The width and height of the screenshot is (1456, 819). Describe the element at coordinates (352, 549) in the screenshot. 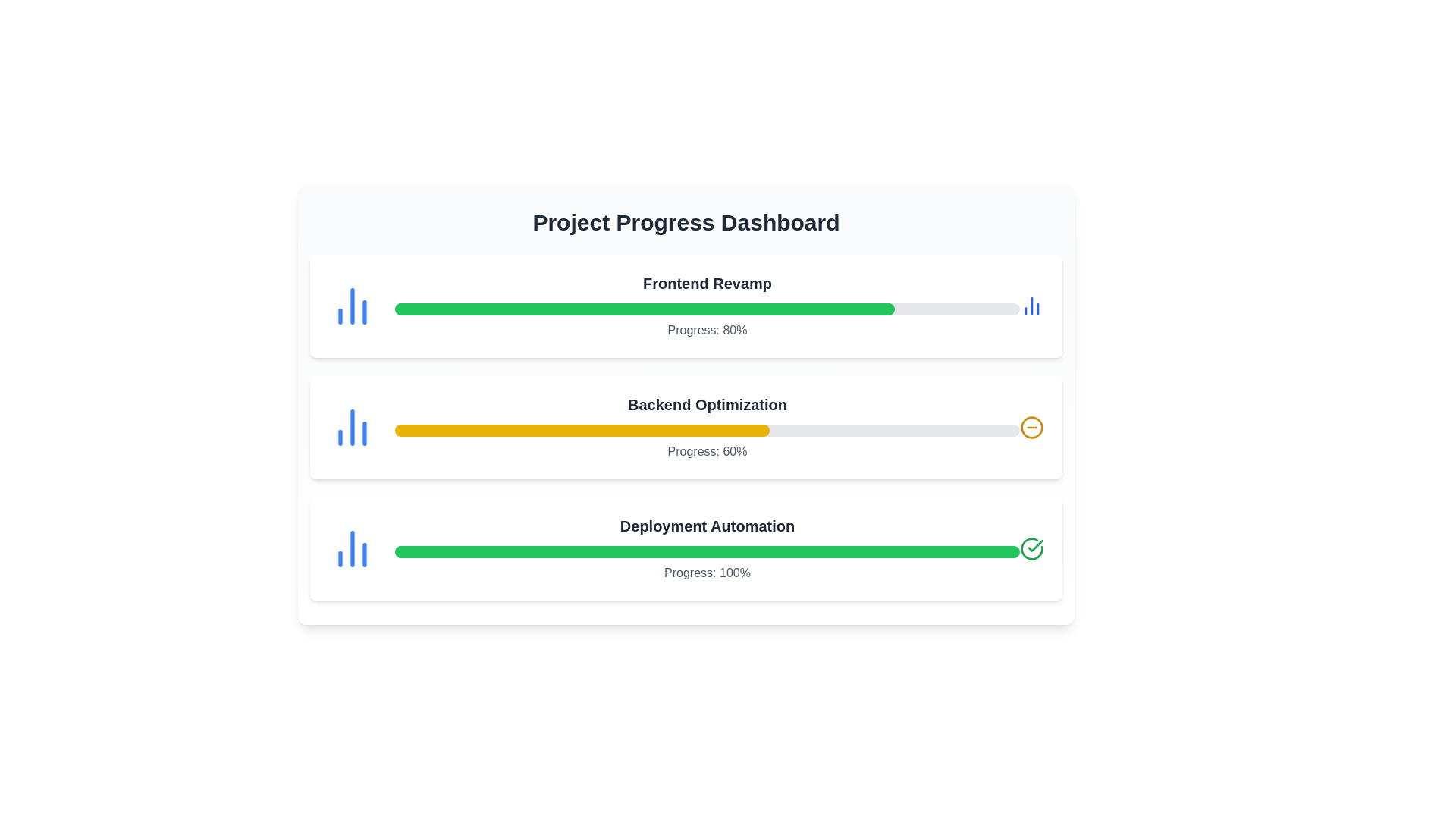

I see `the vertical bar chart icon, which is styled in blue and located within the 'Deployment Automation' card, positioned to the far left adjacent to a green progress bar and a checkmark icon` at that location.